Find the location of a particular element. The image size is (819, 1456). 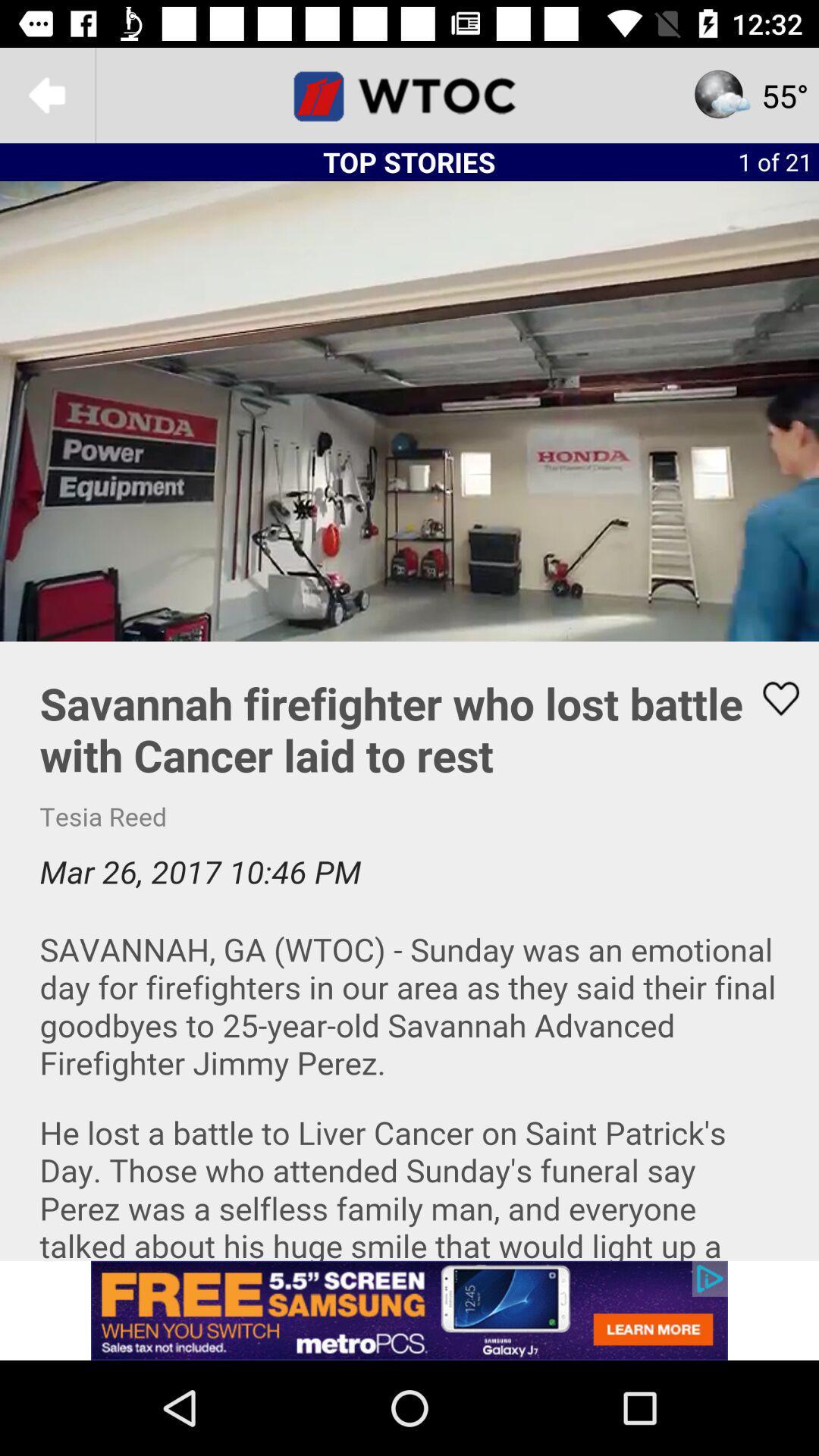

likes is located at coordinates (771, 698).